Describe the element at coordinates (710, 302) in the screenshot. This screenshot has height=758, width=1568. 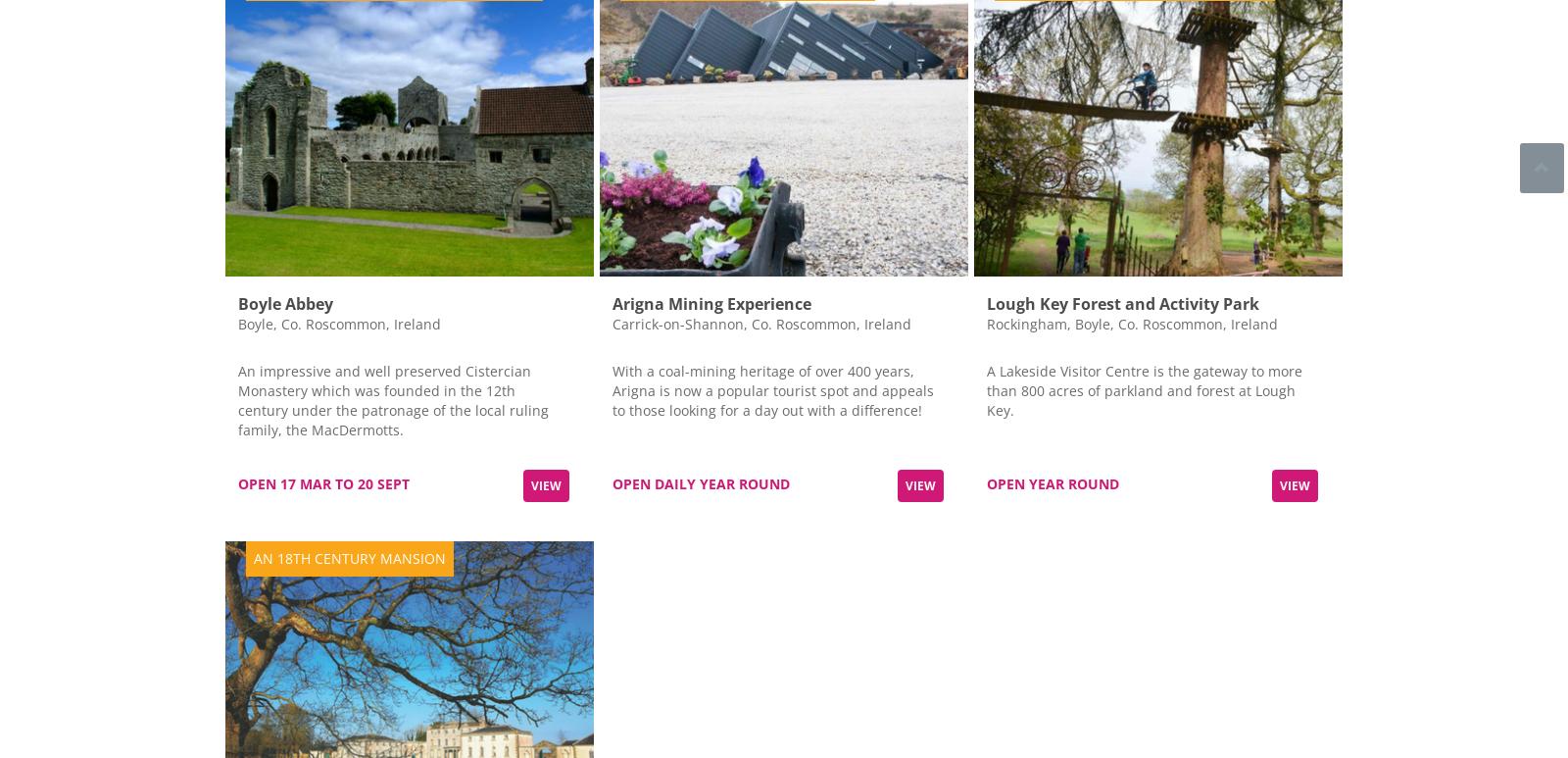
I see `'Arigna Mining Experience'` at that location.